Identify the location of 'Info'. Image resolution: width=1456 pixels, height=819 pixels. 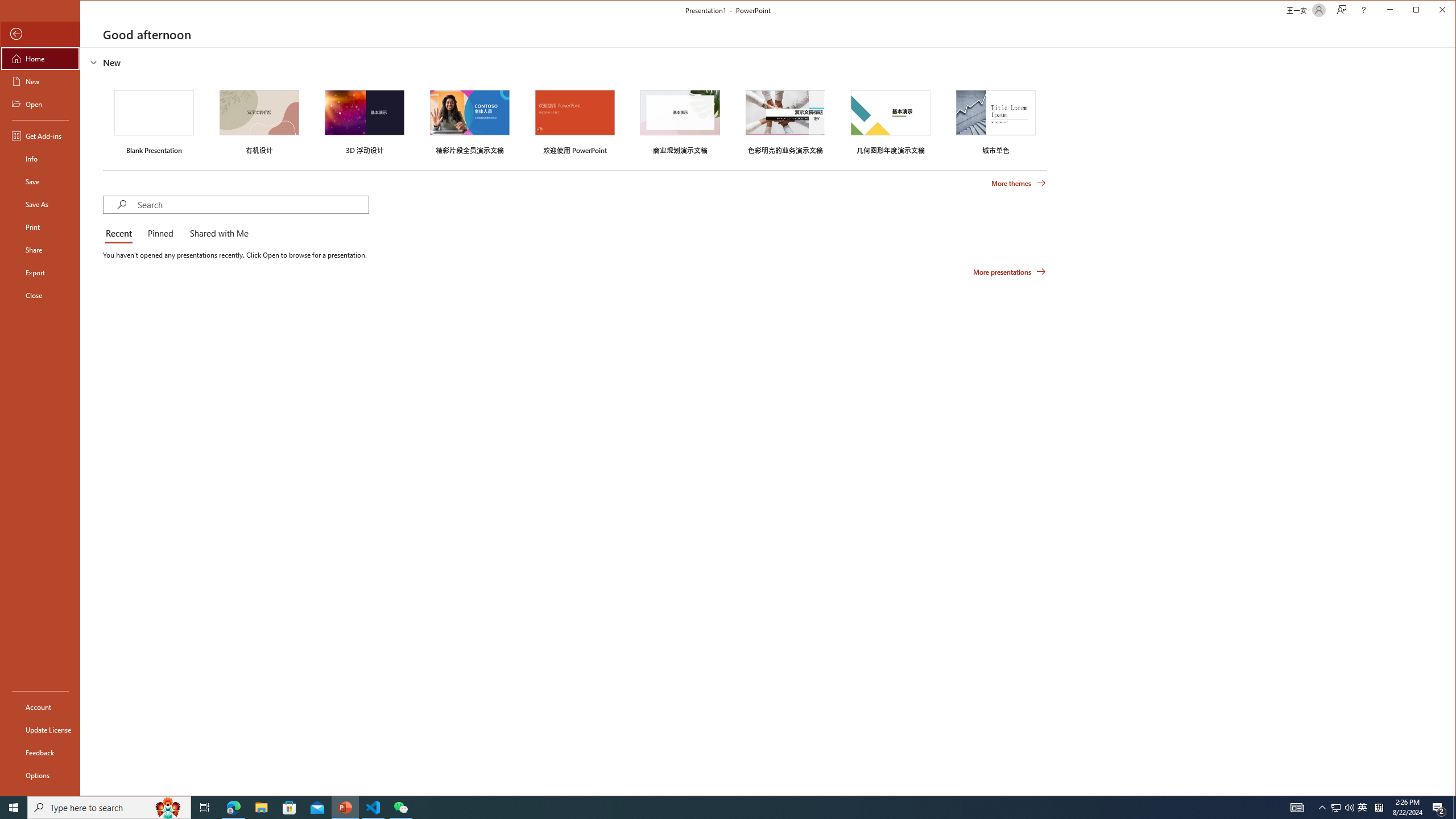
(39, 159).